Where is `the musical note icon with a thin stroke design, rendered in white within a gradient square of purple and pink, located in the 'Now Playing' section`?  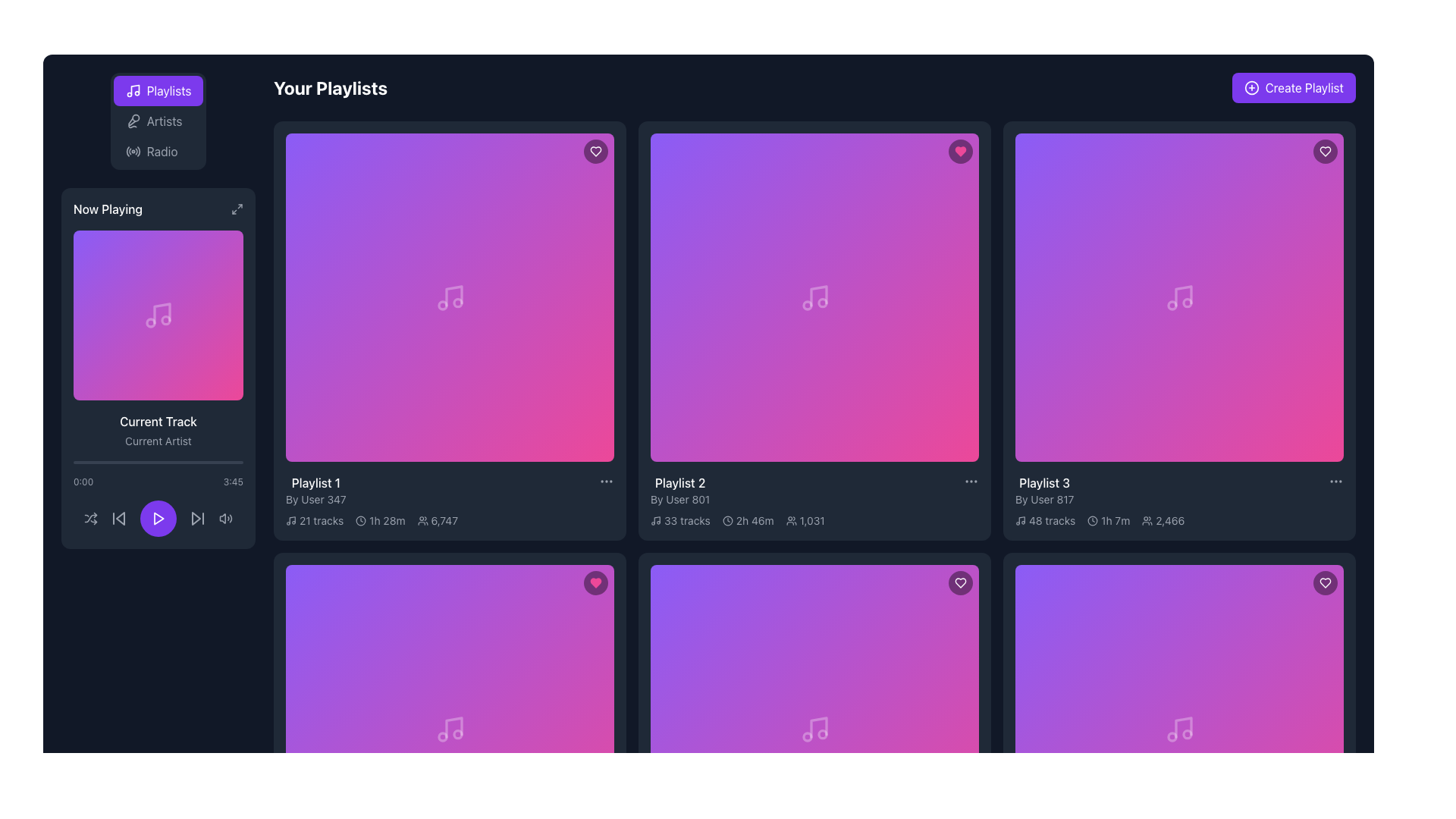 the musical note icon with a thin stroke design, rendered in white within a gradient square of purple and pink, located in the 'Now Playing' section is located at coordinates (158, 315).